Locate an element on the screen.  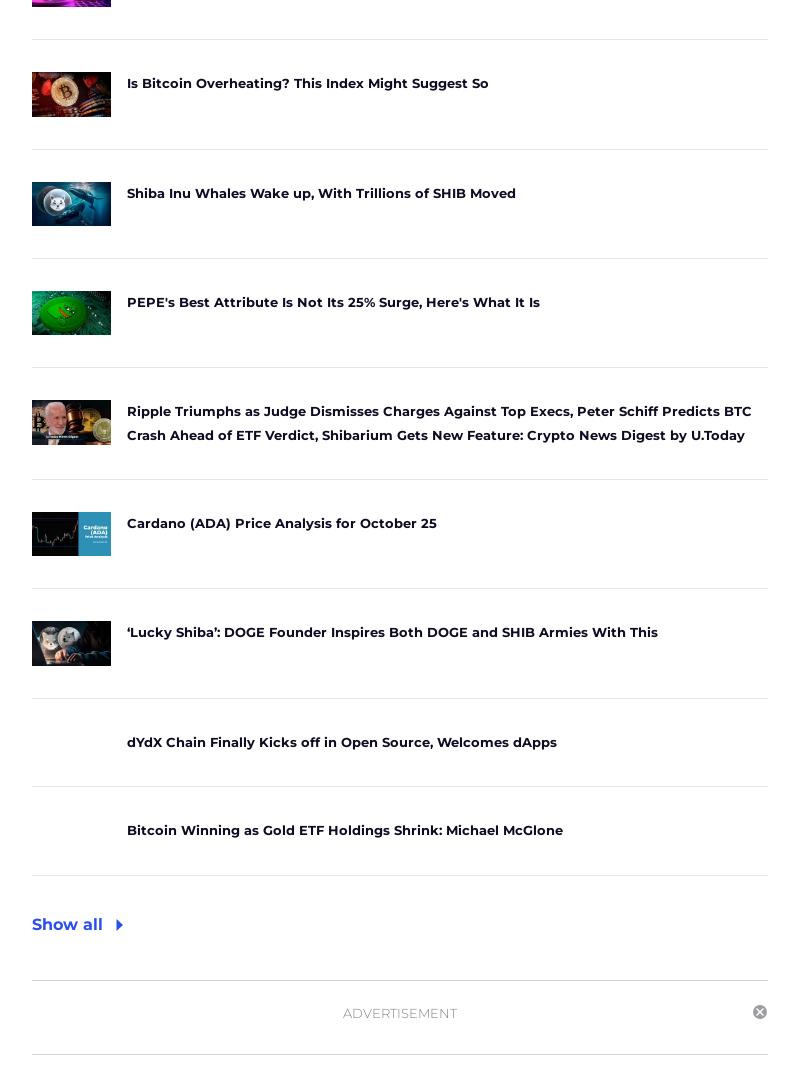
'PEPE's Best Attribute Is Not Its 25% Surge, Here's What It Is' is located at coordinates (332, 299).